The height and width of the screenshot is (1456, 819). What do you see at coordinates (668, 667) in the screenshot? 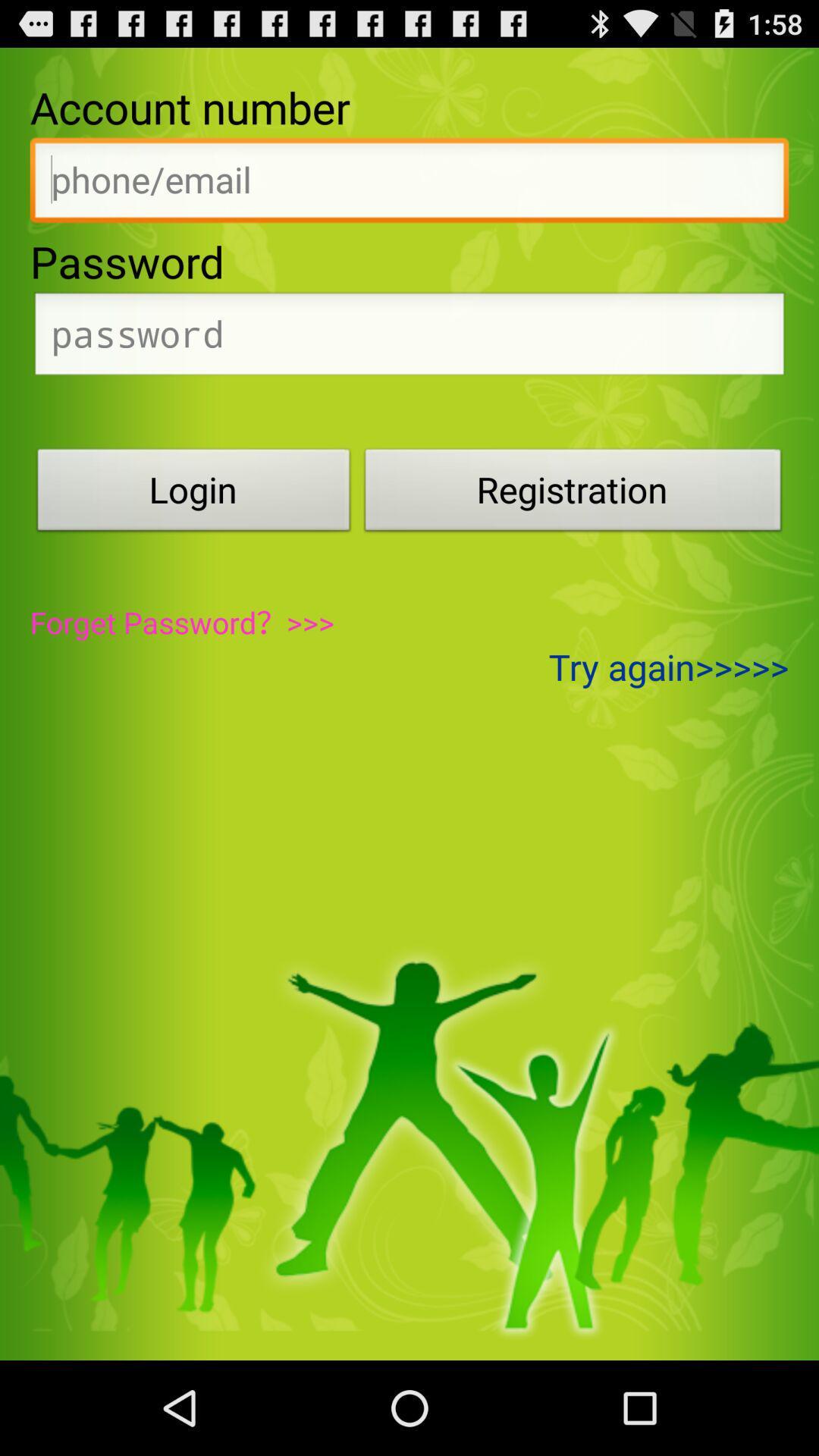
I see `try again>>>>> item` at bounding box center [668, 667].